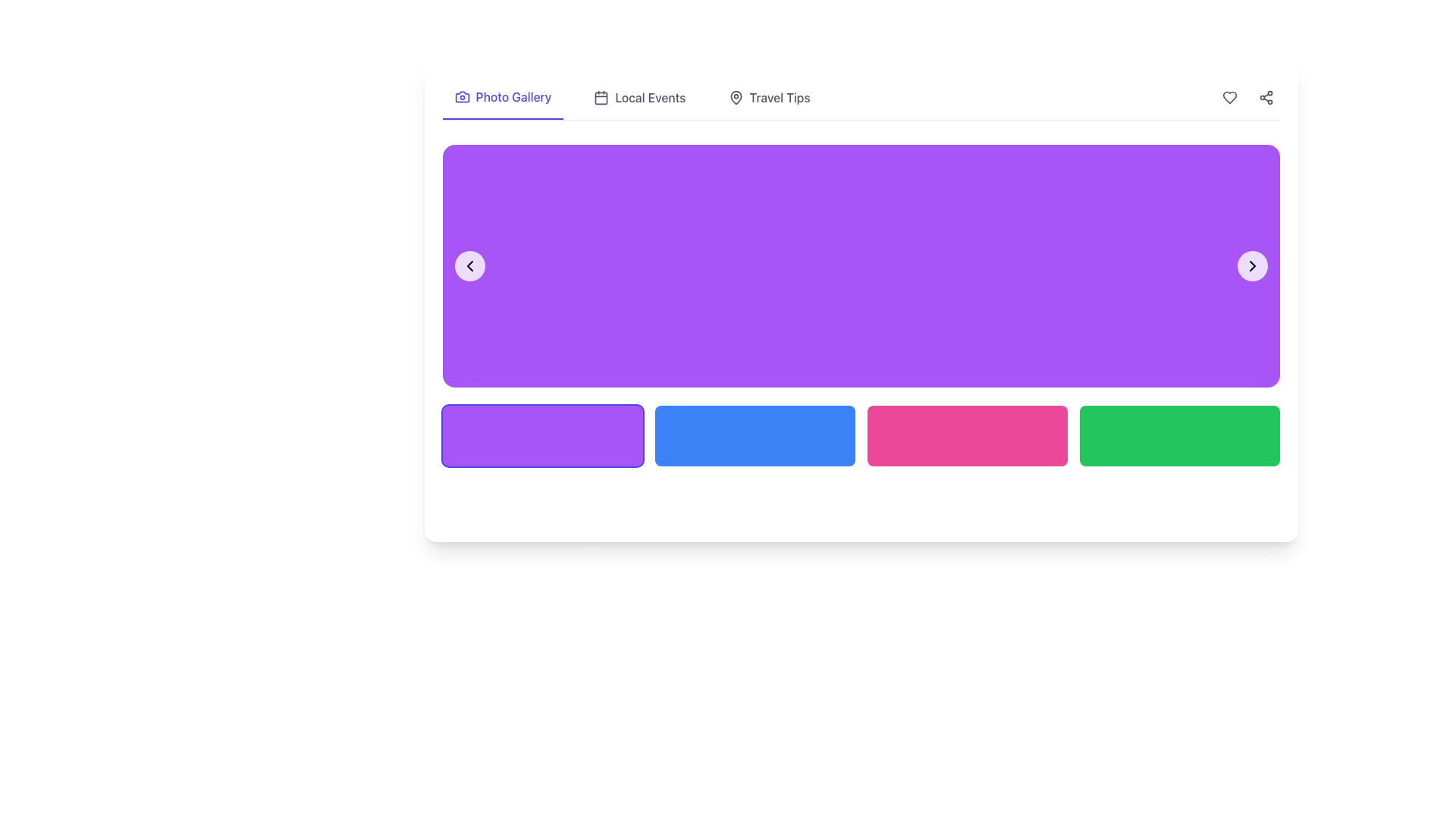  I want to click on the active navigation section, so click(513, 96).